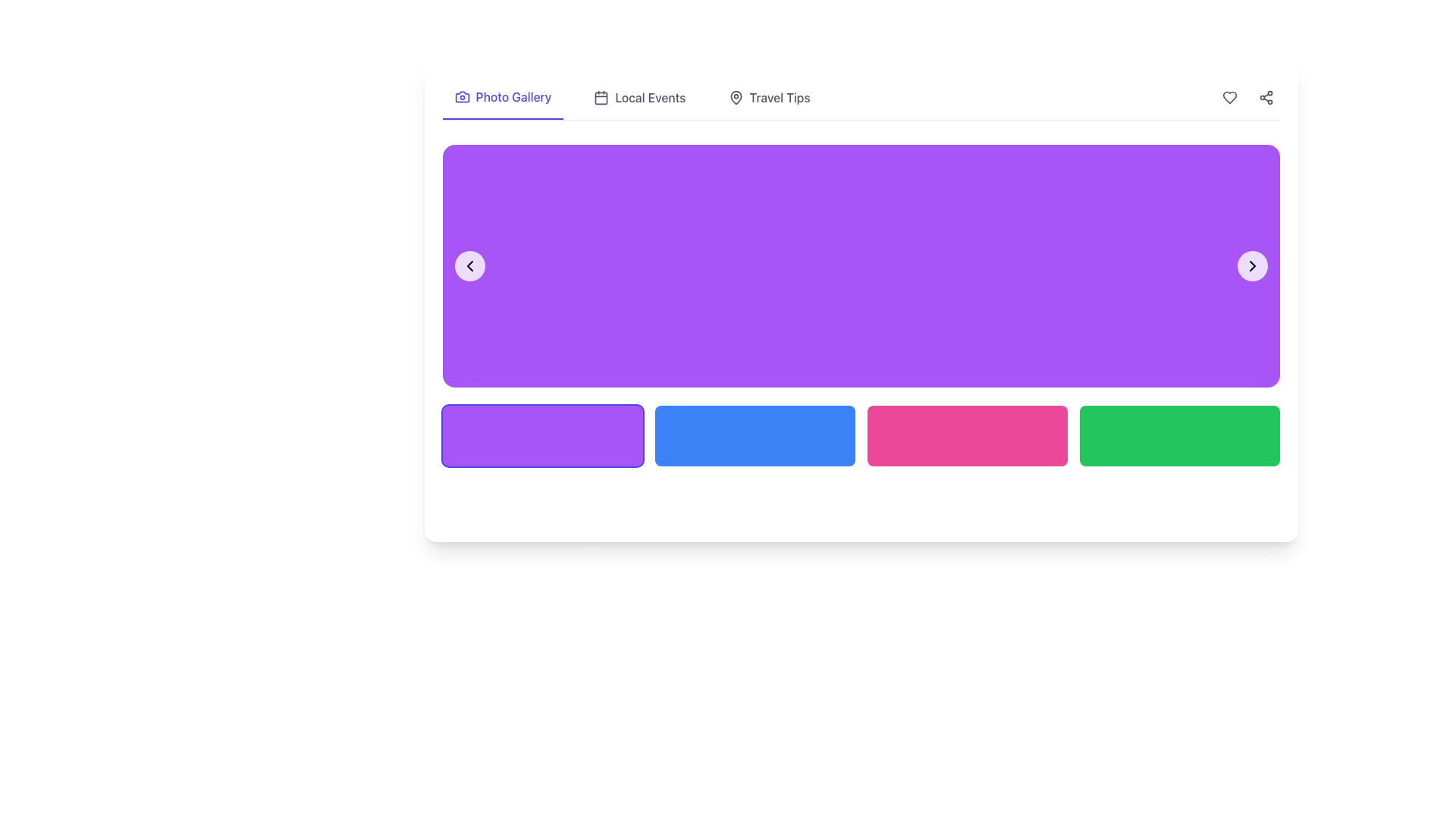  I want to click on the active navigation section, so click(513, 96).